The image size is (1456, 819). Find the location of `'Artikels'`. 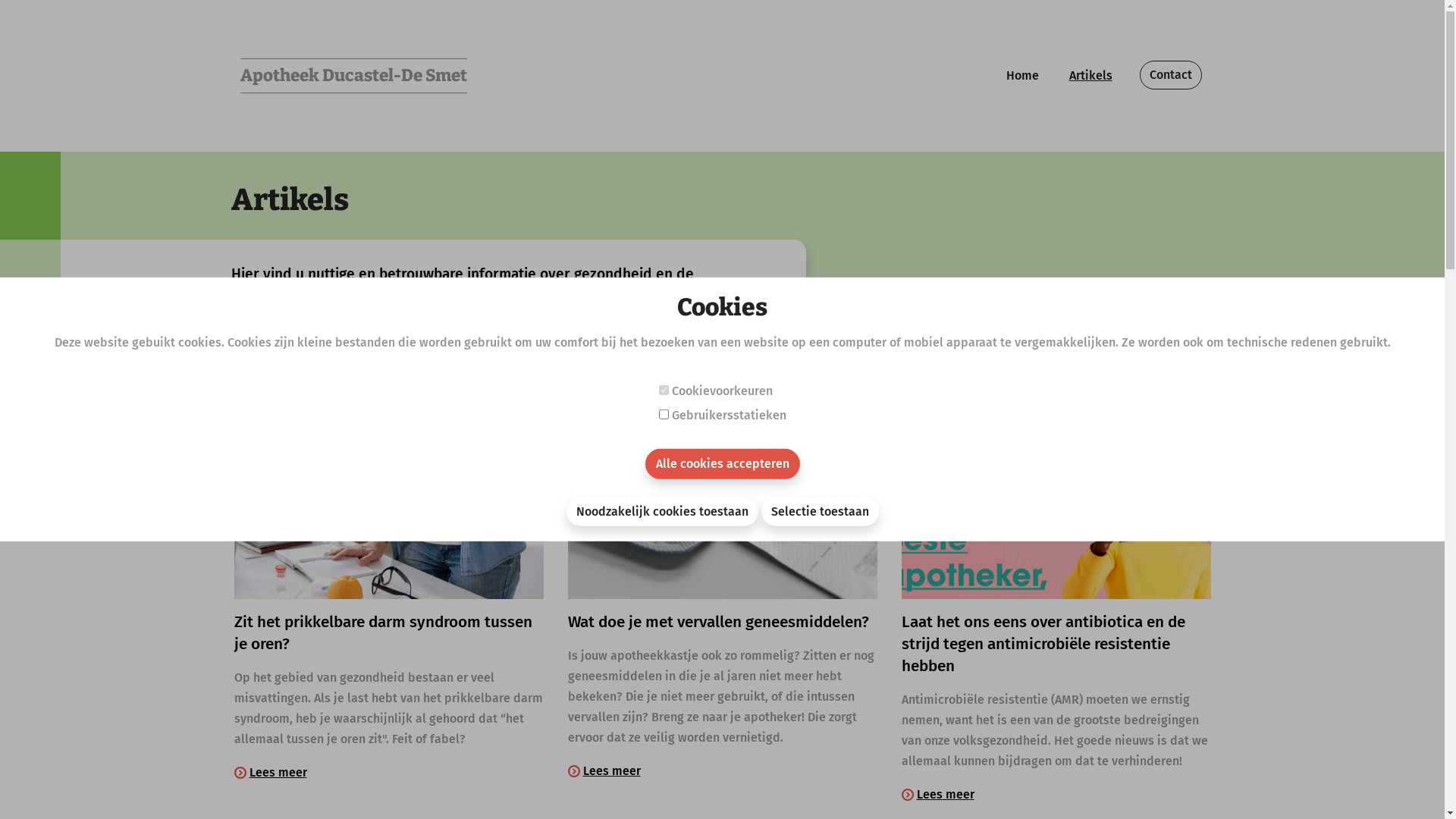

'Artikels' is located at coordinates (1090, 76).